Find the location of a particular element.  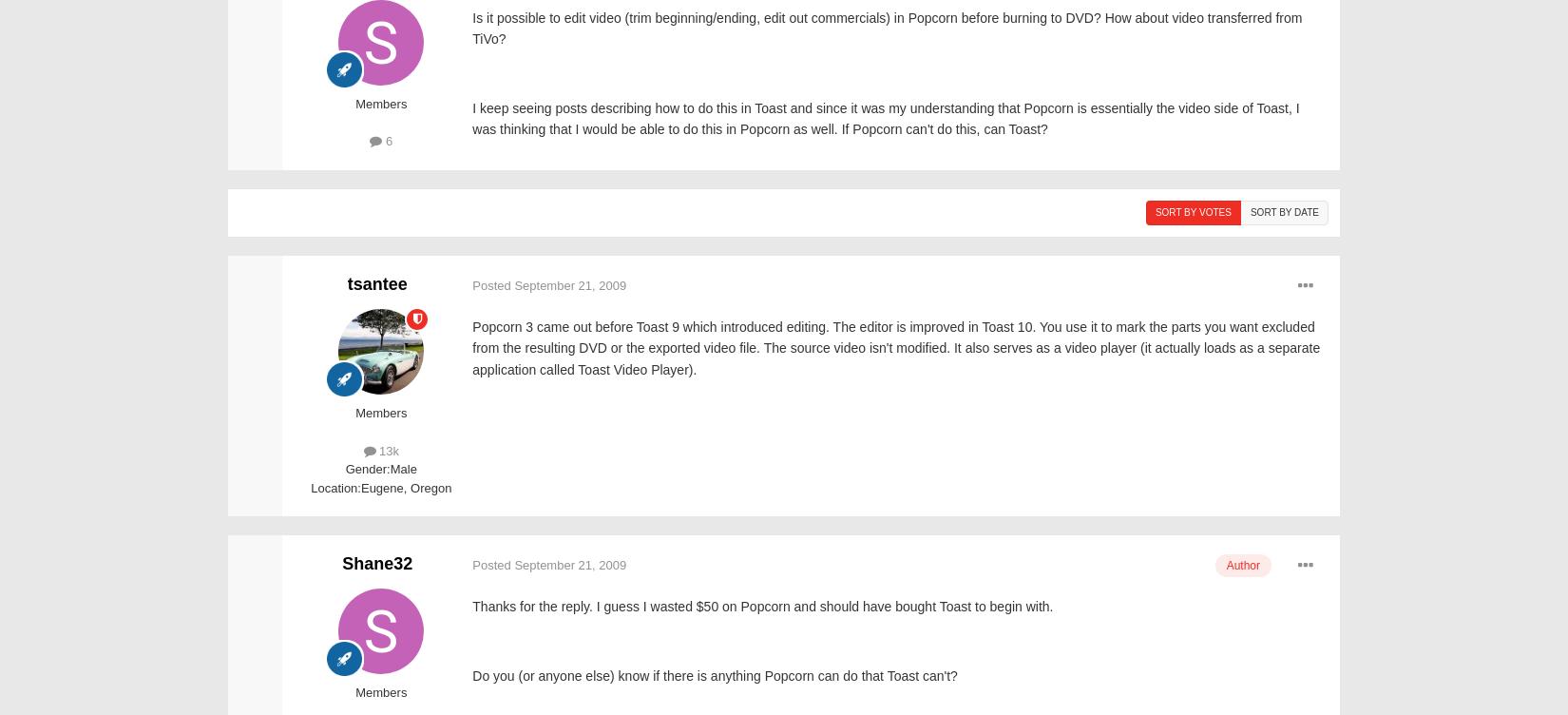

'Gender:' is located at coordinates (367, 468).